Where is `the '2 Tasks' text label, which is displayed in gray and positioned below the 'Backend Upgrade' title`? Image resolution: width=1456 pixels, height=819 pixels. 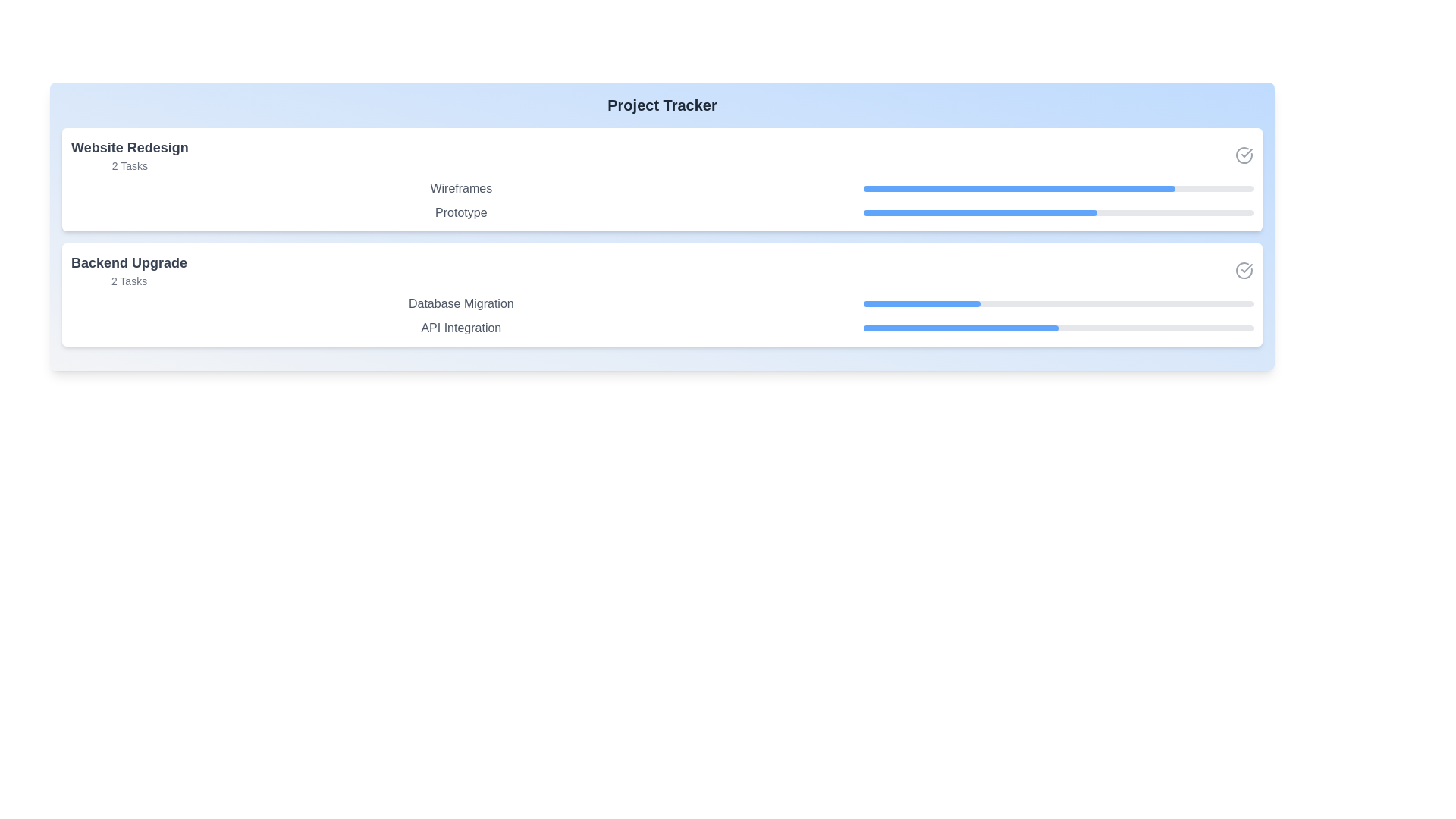 the '2 Tasks' text label, which is displayed in gray and positioned below the 'Backend Upgrade' title is located at coordinates (129, 281).